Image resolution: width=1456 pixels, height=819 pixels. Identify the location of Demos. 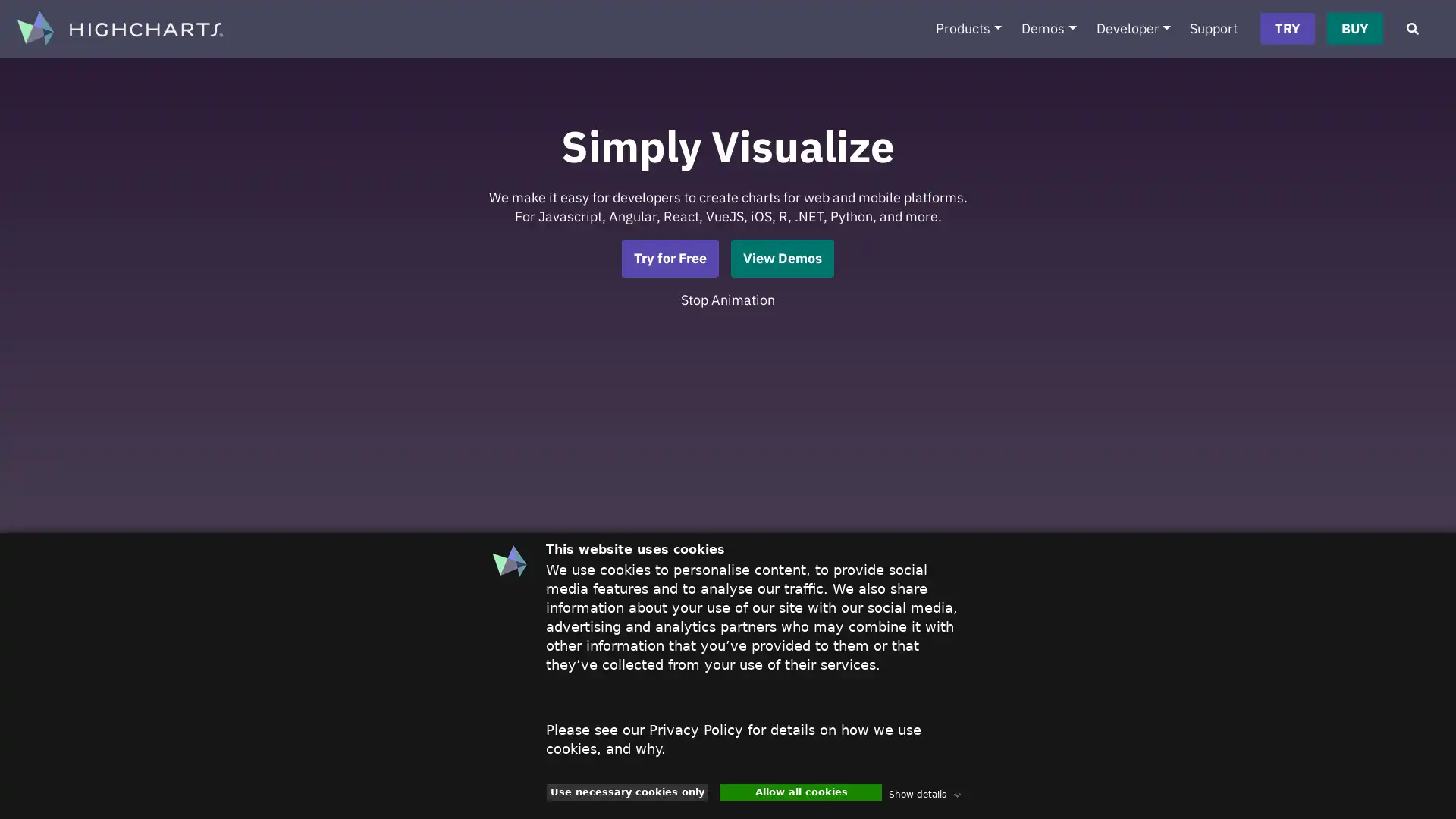
(1047, 29).